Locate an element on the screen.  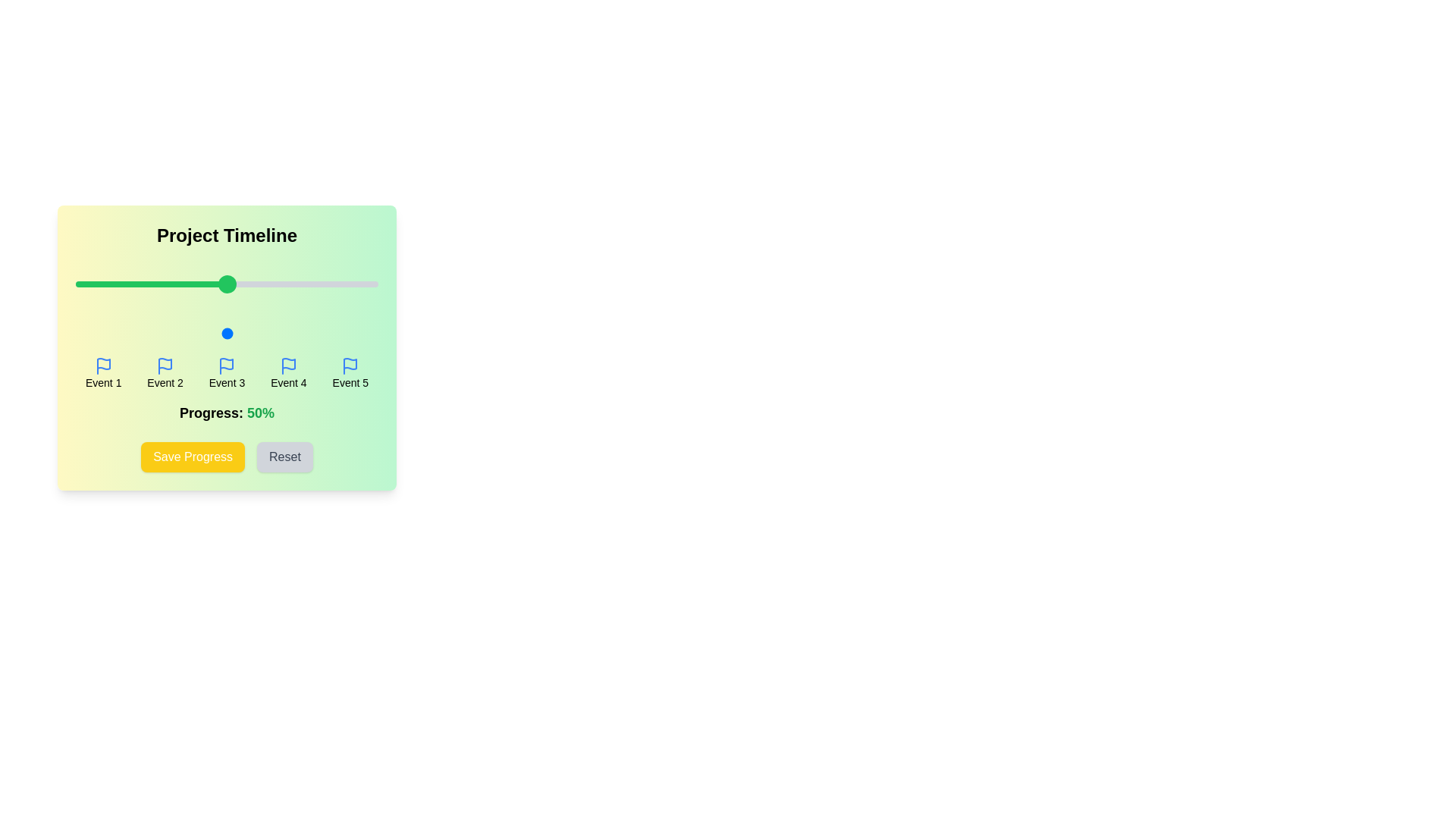
the timeline progress to 38% by adjusting the slider is located at coordinates (190, 332).